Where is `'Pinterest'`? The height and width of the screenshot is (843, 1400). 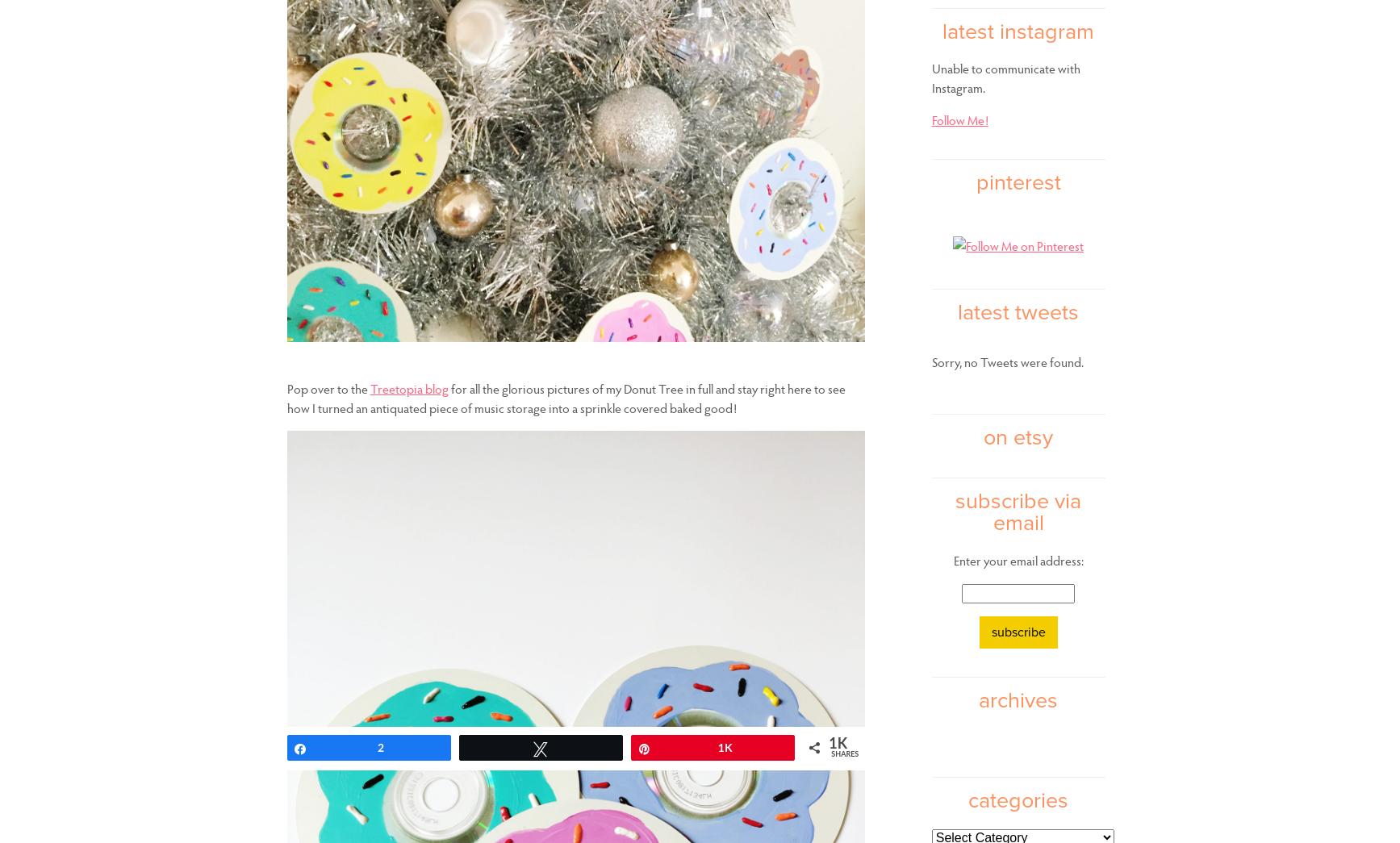 'Pinterest' is located at coordinates (1017, 182).